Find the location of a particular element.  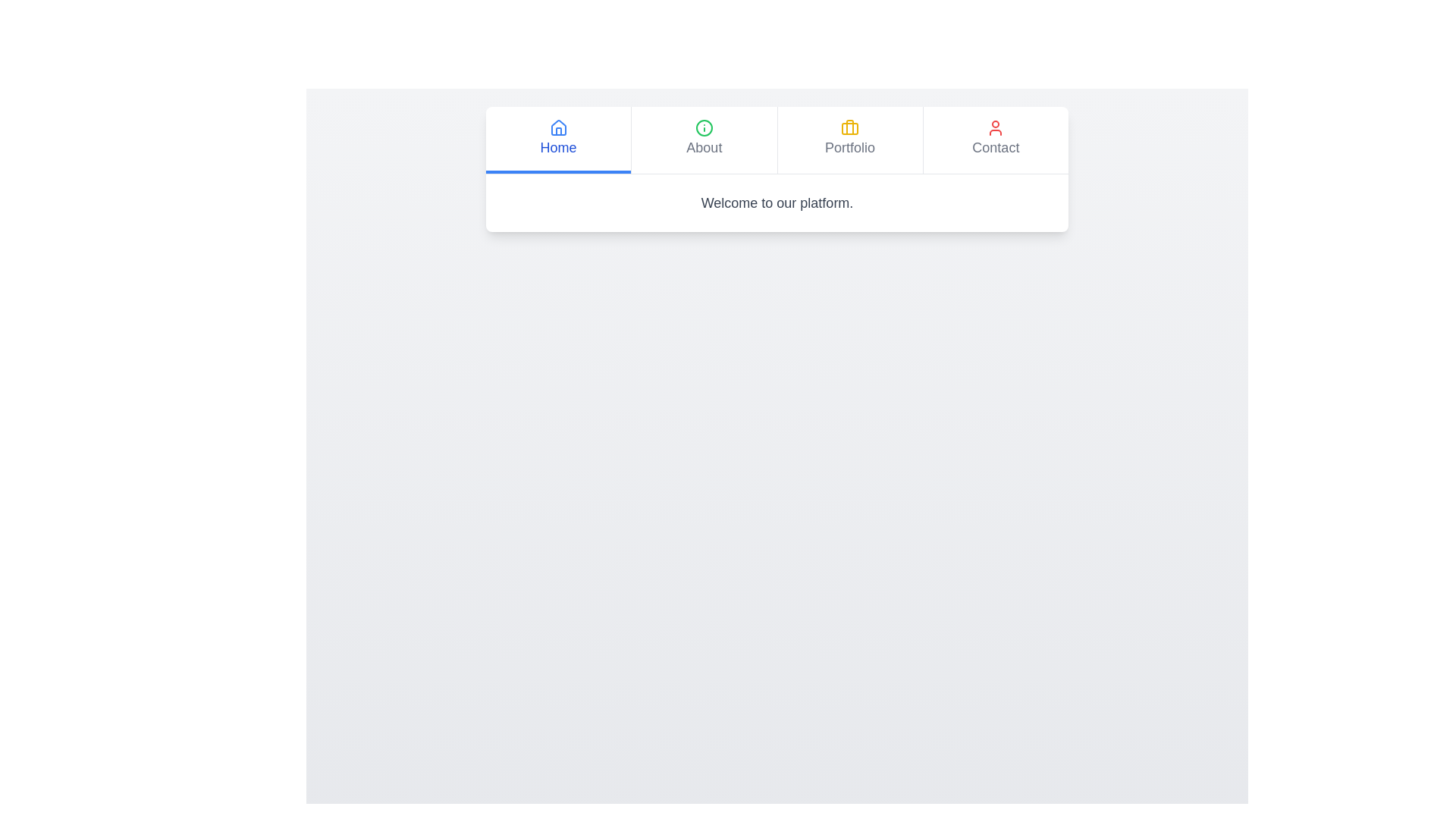

the About tab in the KnowledgeTabs component is located at coordinates (703, 140).